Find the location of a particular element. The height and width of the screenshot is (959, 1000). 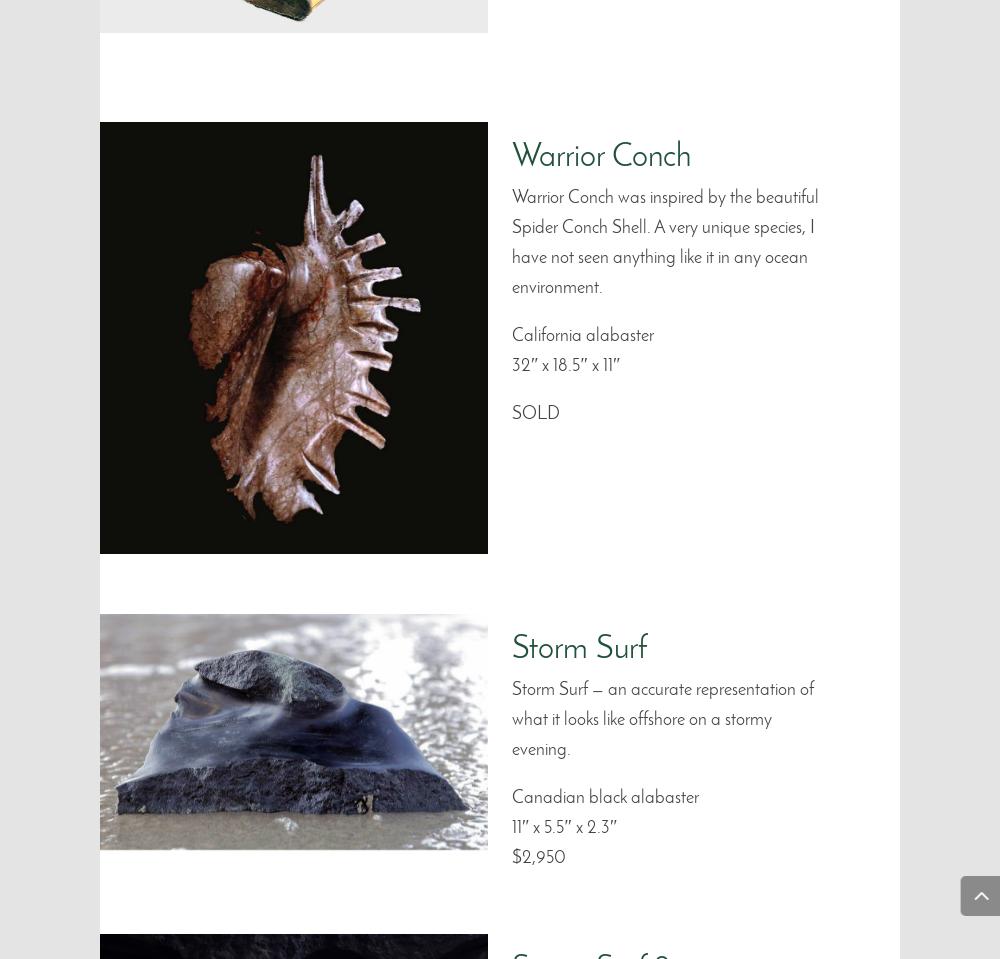

'Storm Surf' is located at coordinates (578, 650).